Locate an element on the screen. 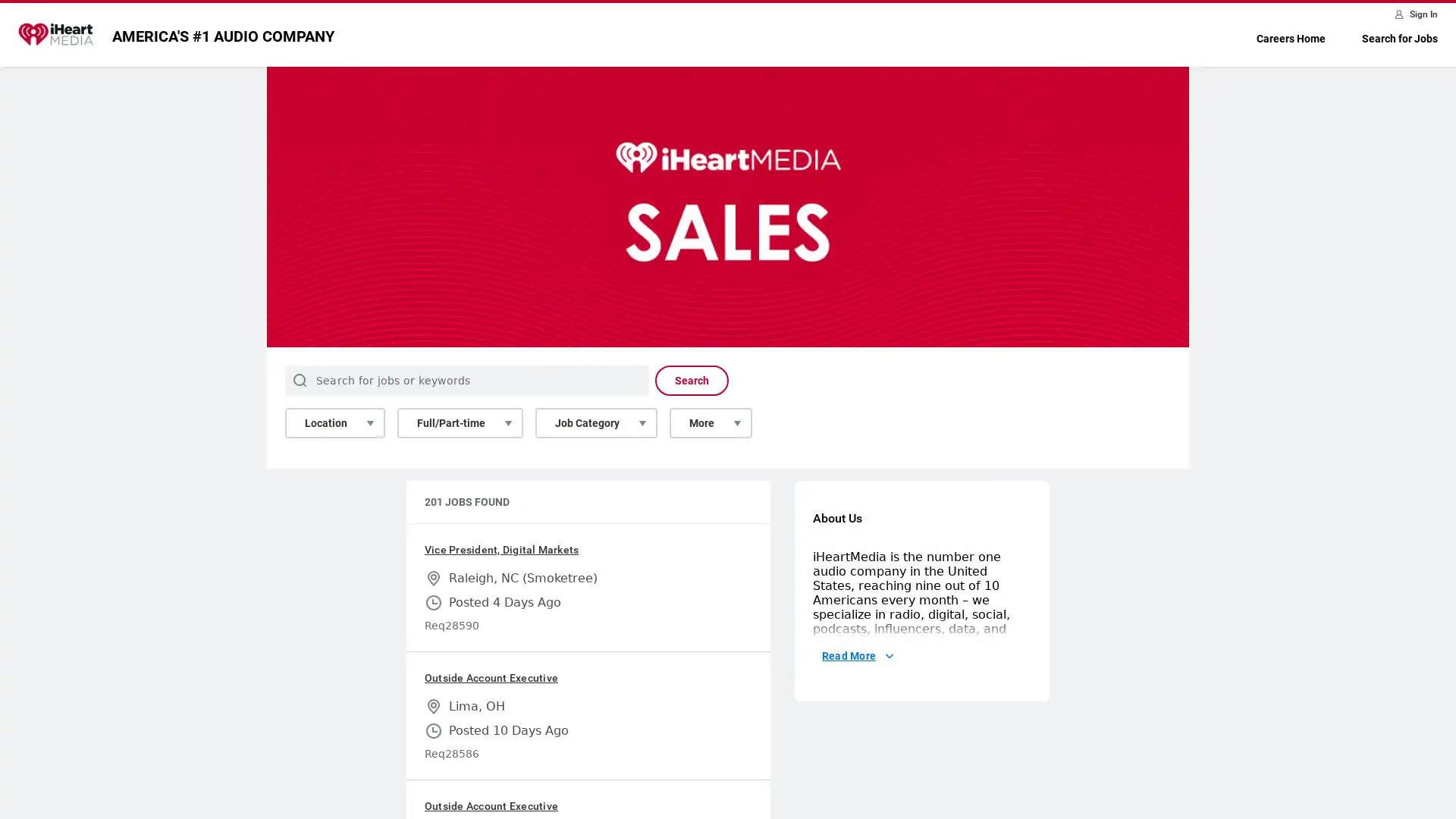 This screenshot has width=1456, height=819. Read More About Us is located at coordinates (856, 769).